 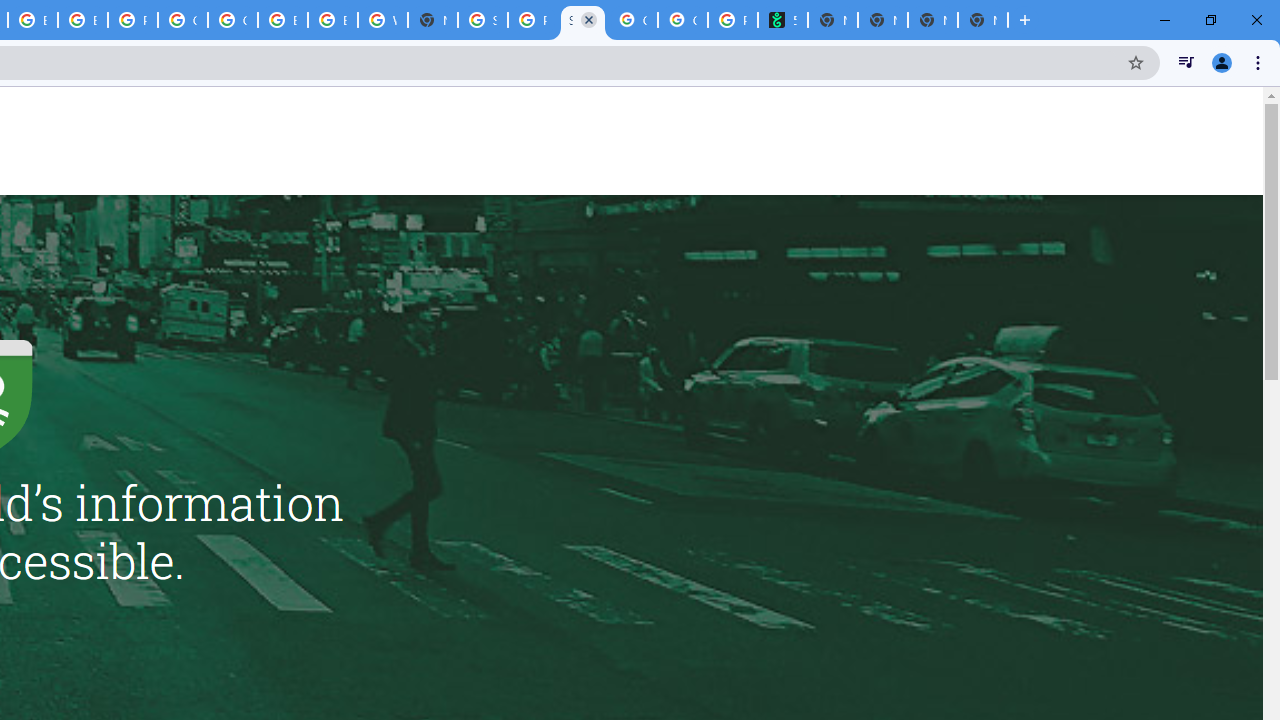 What do you see at coordinates (983, 20) in the screenshot?
I see `'New Tab'` at bounding box center [983, 20].